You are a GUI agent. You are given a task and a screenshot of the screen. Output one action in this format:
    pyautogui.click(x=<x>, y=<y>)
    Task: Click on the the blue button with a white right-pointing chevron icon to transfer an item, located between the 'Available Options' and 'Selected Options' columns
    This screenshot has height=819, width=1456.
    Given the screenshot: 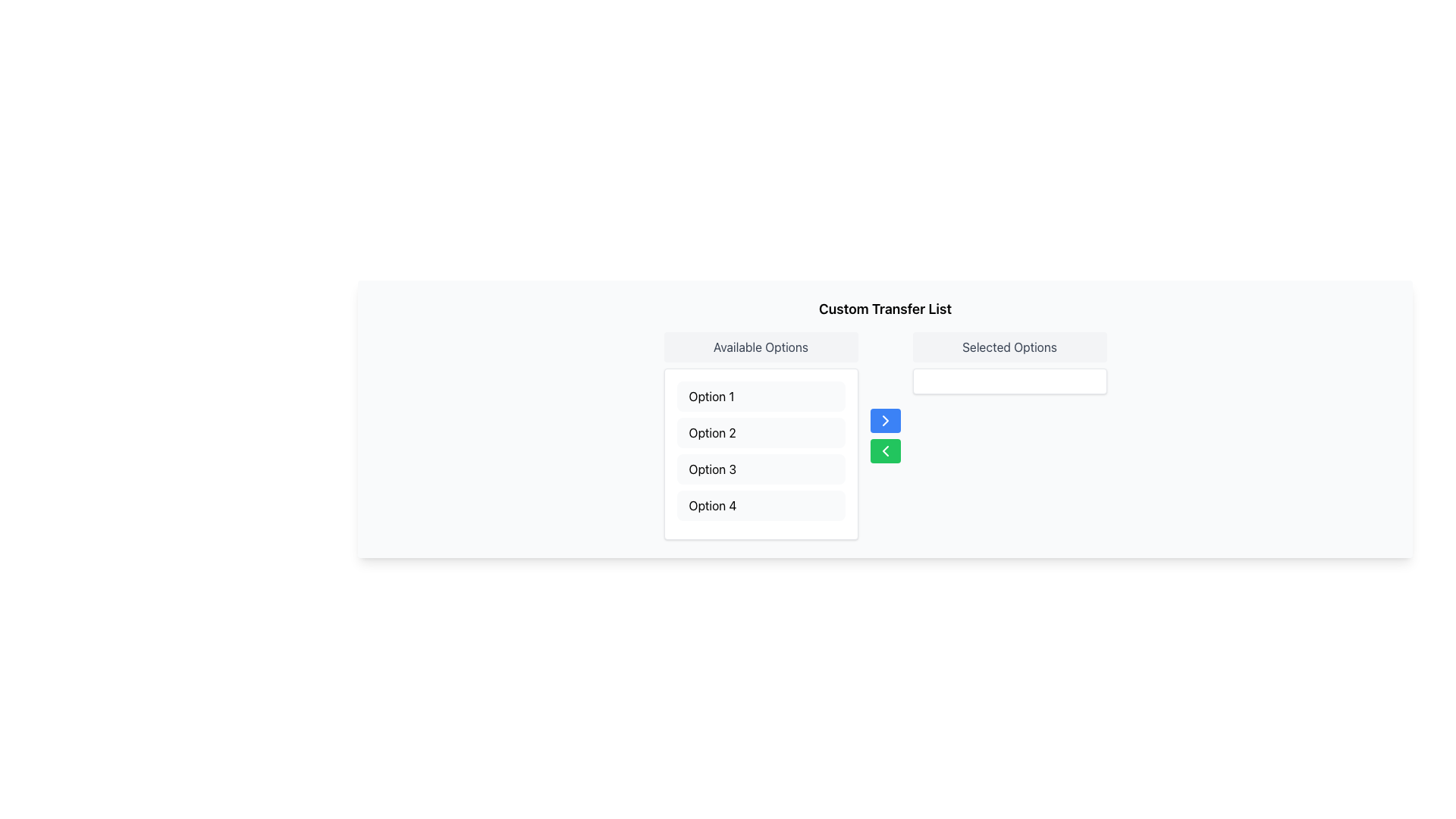 What is the action you would take?
    pyautogui.click(x=885, y=421)
    